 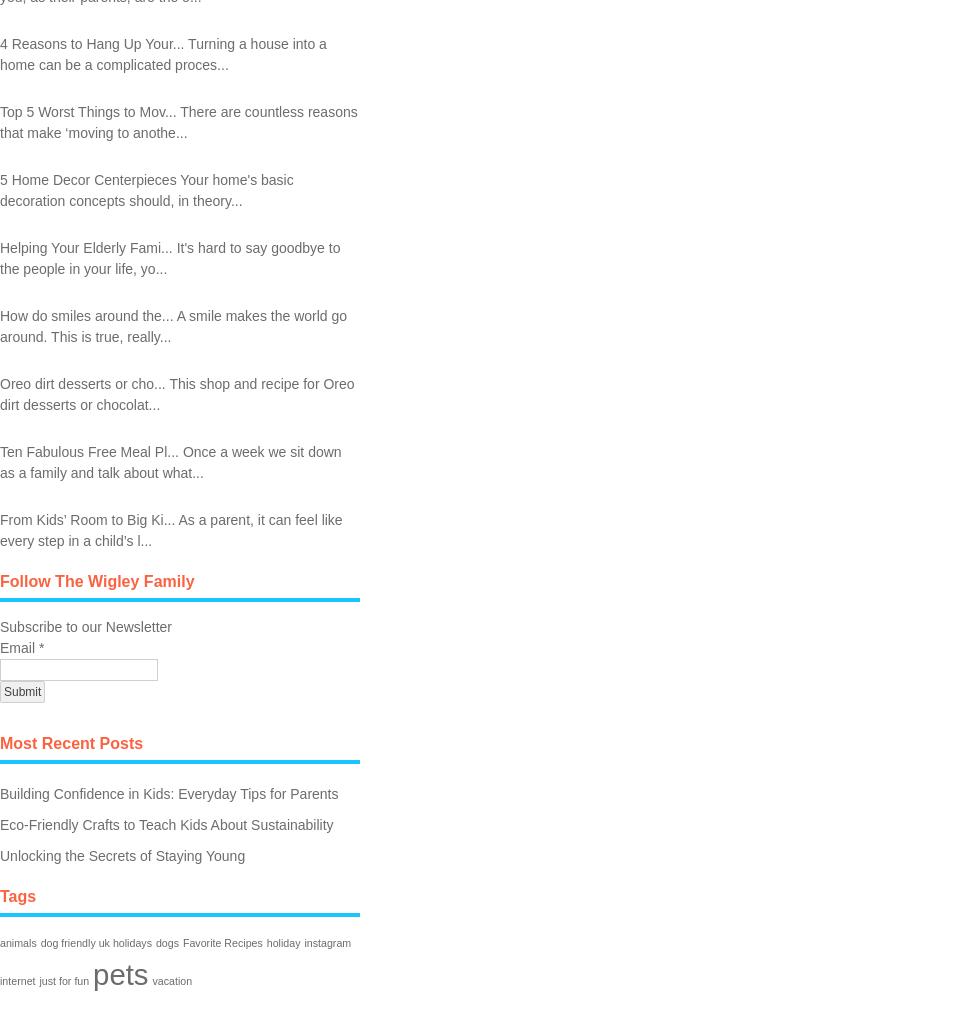 What do you see at coordinates (120, 973) in the screenshot?
I see `'pets'` at bounding box center [120, 973].